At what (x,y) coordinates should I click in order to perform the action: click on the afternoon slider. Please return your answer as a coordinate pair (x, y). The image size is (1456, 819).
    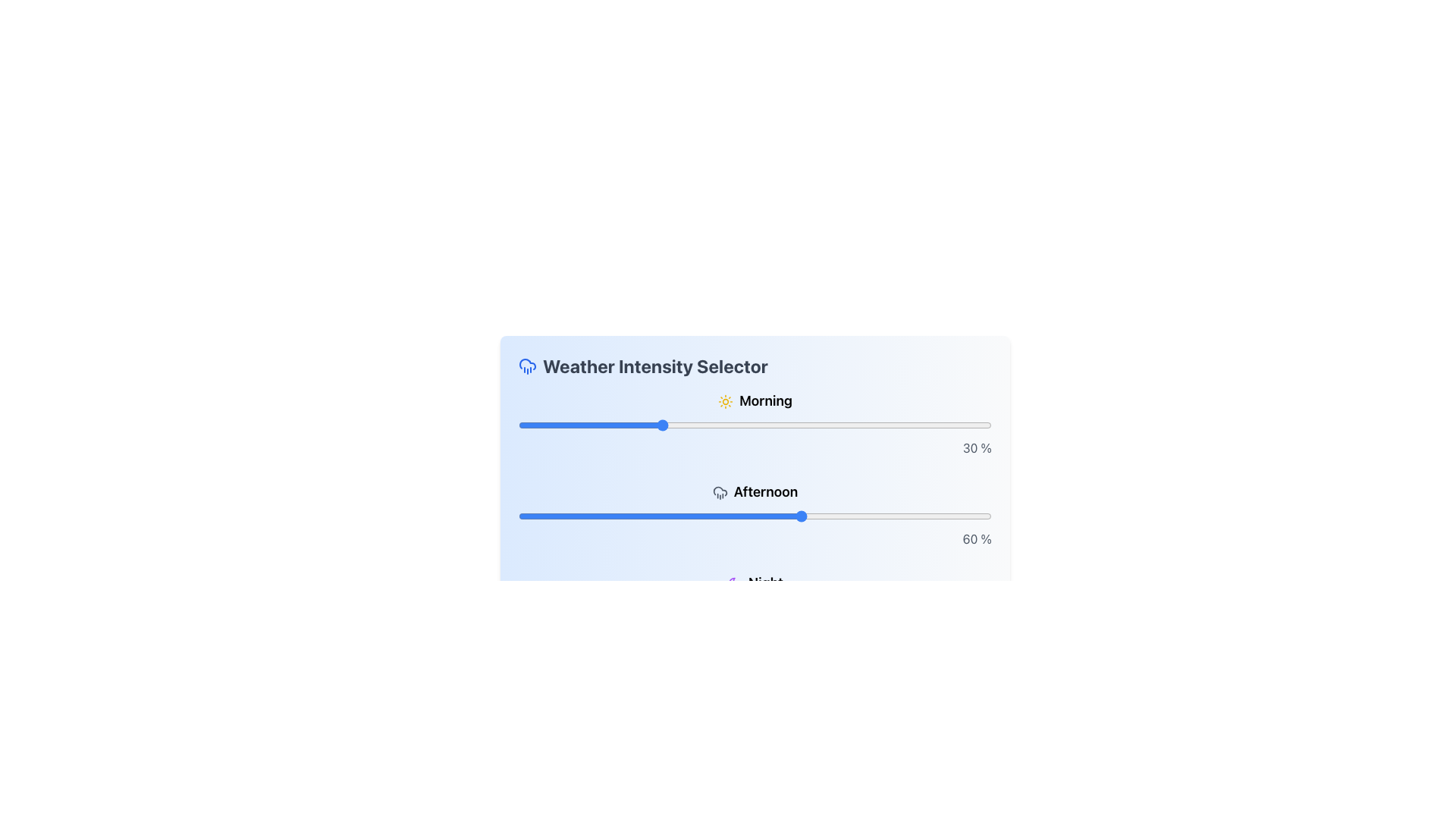
    Looking at the image, I should click on (939, 516).